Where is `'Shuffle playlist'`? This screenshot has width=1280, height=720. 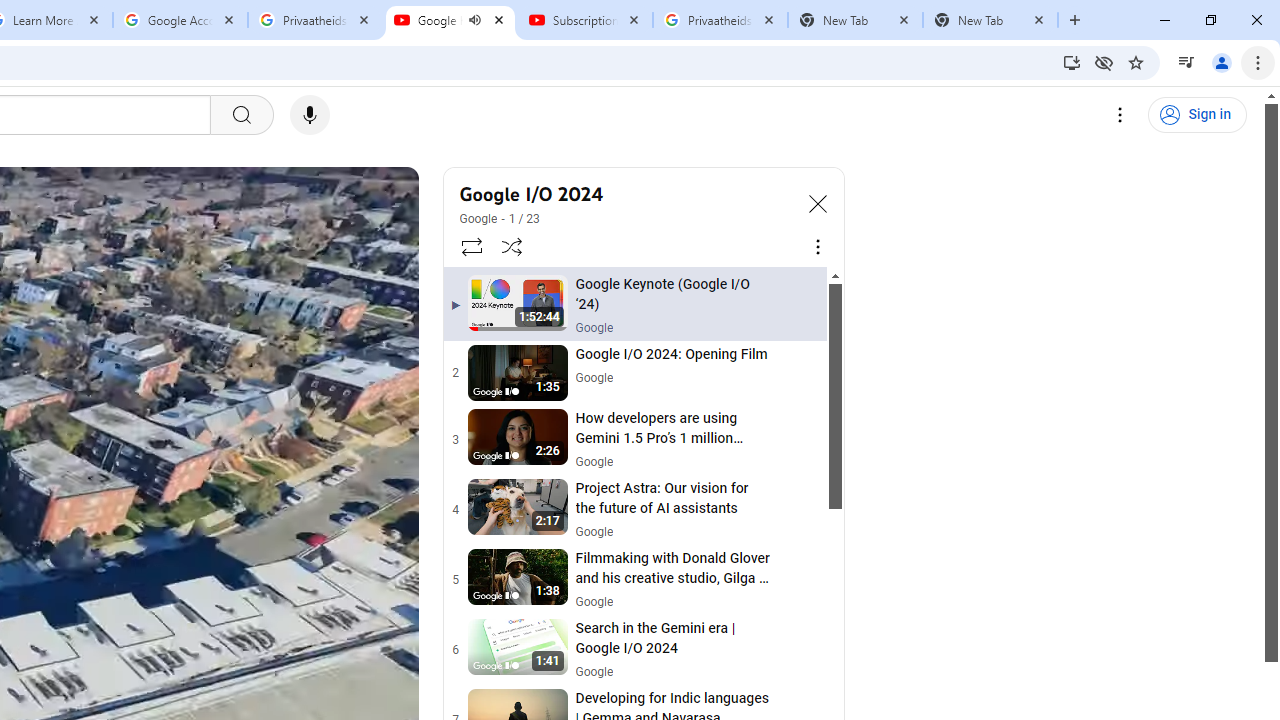 'Shuffle playlist' is located at coordinates (512, 245).